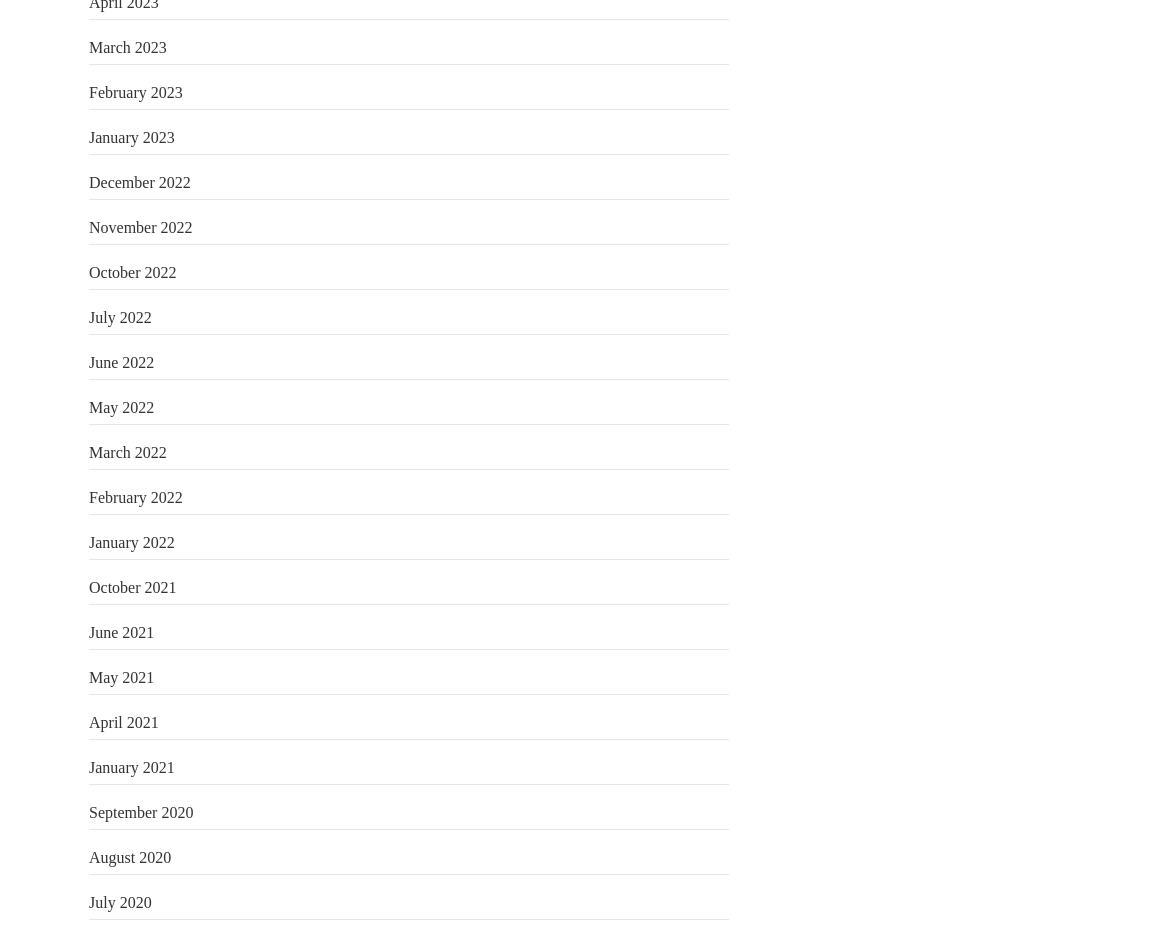 This screenshot has height=933, width=1158. What do you see at coordinates (89, 181) in the screenshot?
I see `'December 2022'` at bounding box center [89, 181].